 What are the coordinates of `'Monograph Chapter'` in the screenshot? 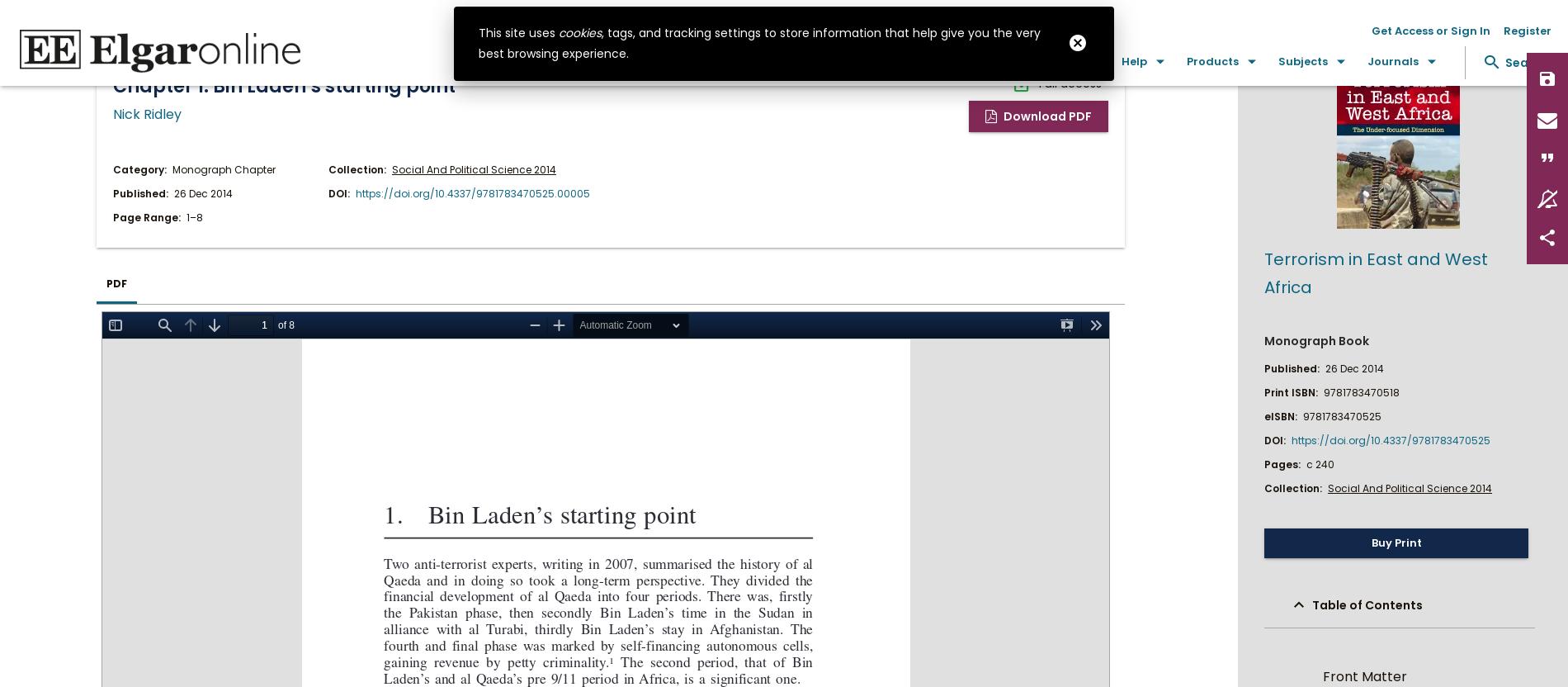 It's located at (223, 168).